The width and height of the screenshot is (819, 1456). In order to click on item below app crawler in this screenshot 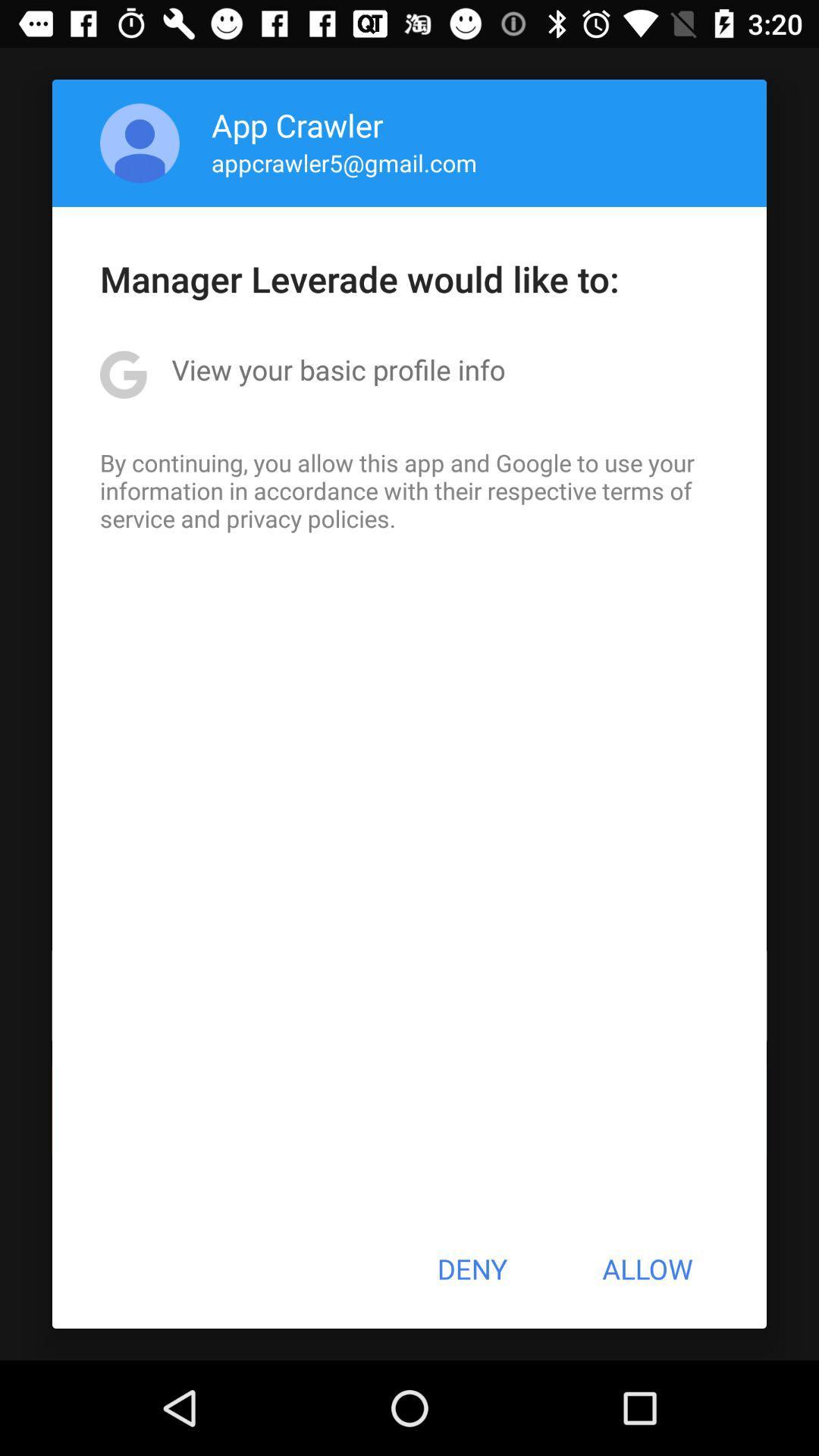, I will do `click(344, 162)`.